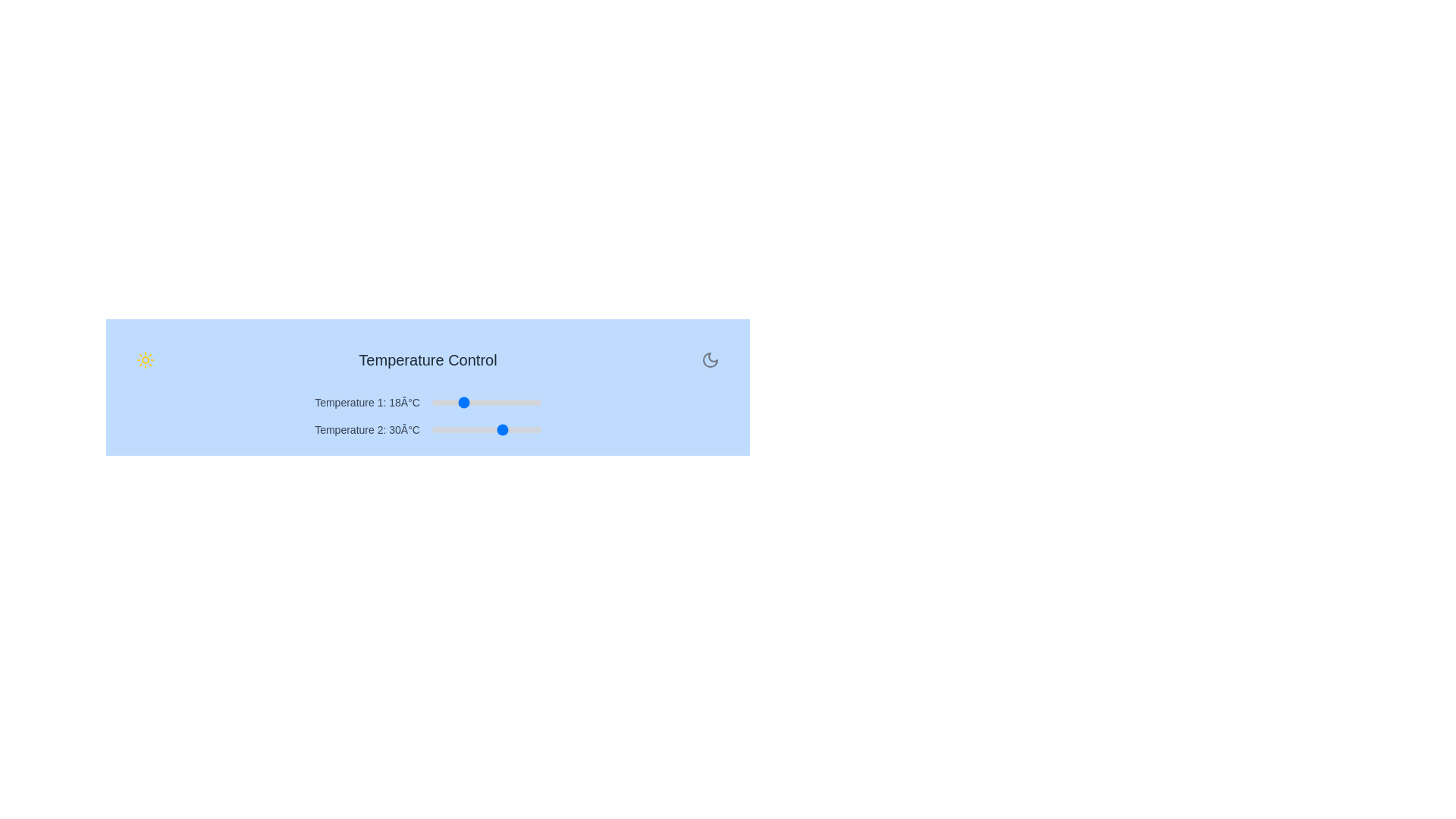 The height and width of the screenshot is (819, 1456). What do you see at coordinates (482, 430) in the screenshot?
I see `the temperature slider` at bounding box center [482, 430].